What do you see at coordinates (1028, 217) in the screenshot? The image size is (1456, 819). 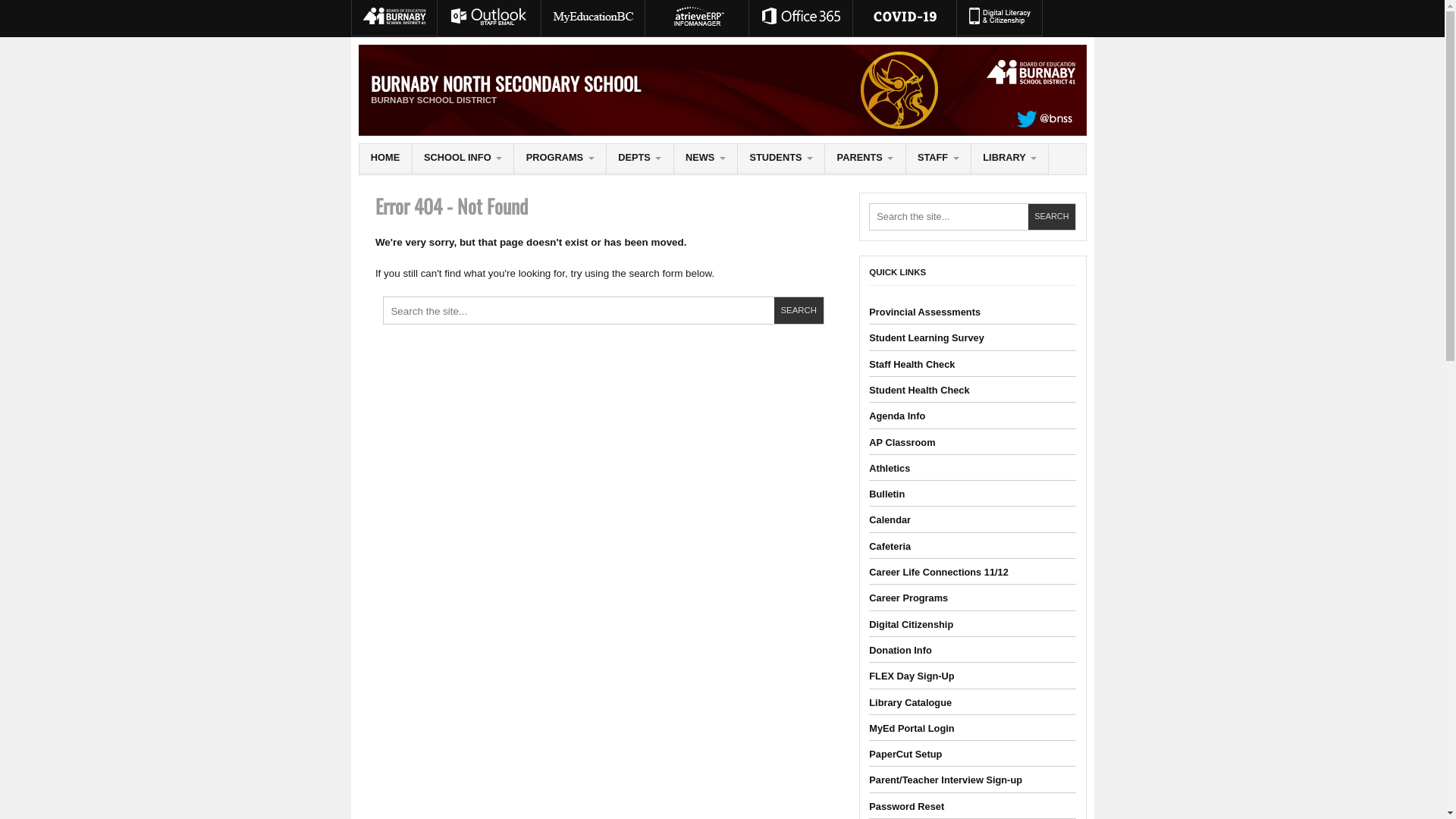 I see `'Search'` at bounding box center [1028, 217].